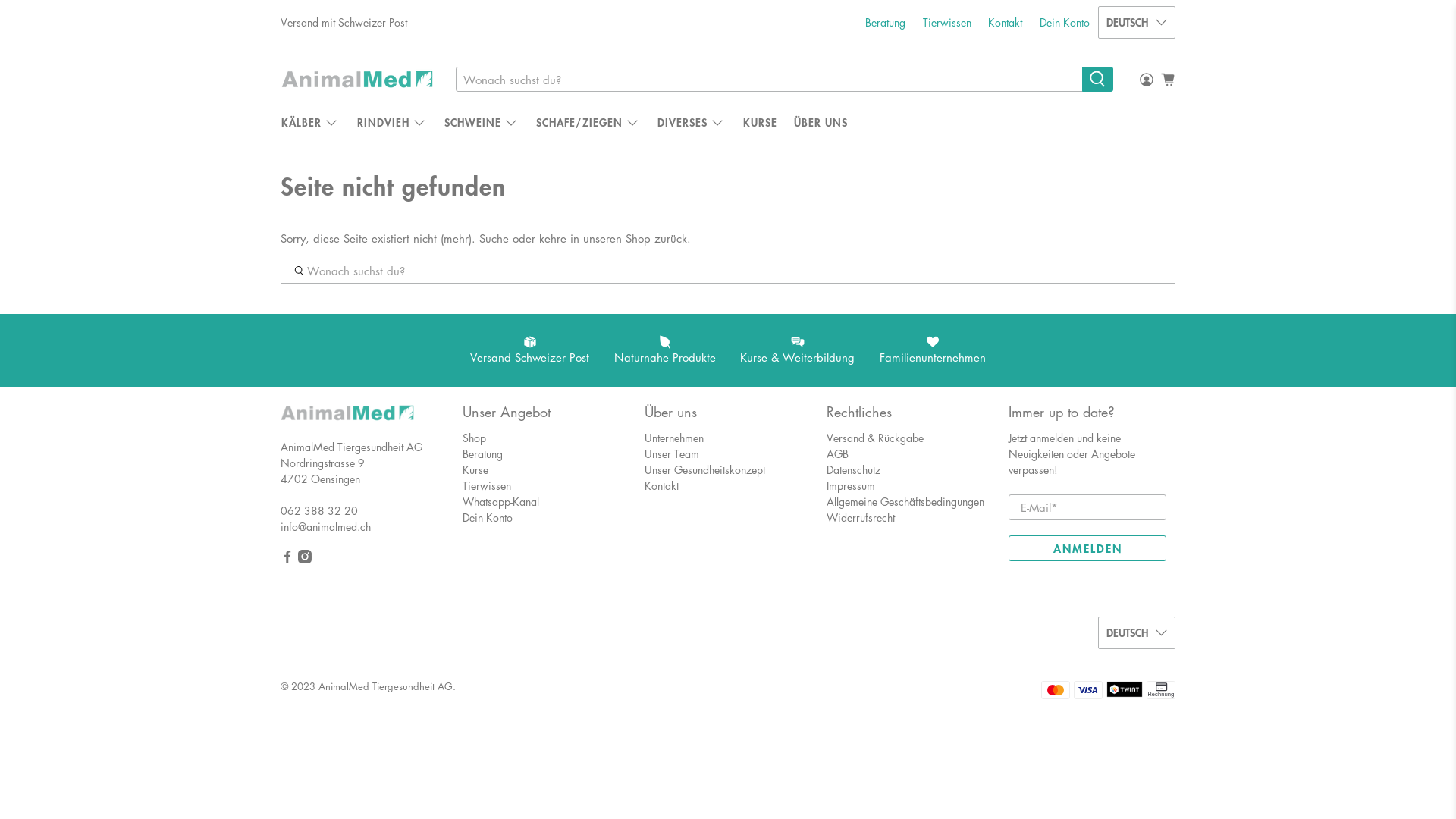 This screenshot has width=1456, height=819. What do you see at coordinates (318, 510) in the screenshot?
I see `'062 388 32 20'` at bounding box center [318, 510].